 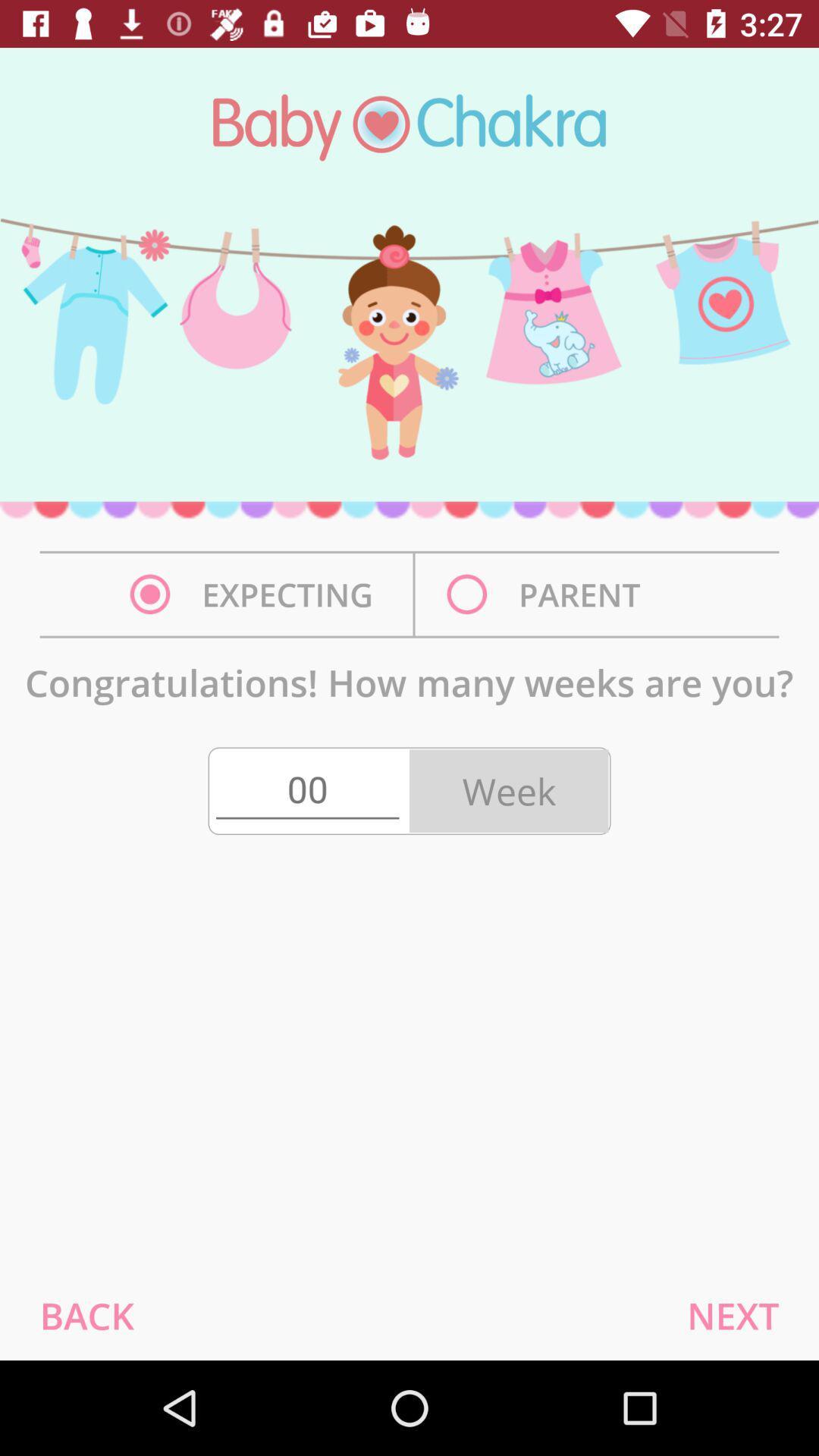 I want to click on the back, so click(x=86, y=1315).